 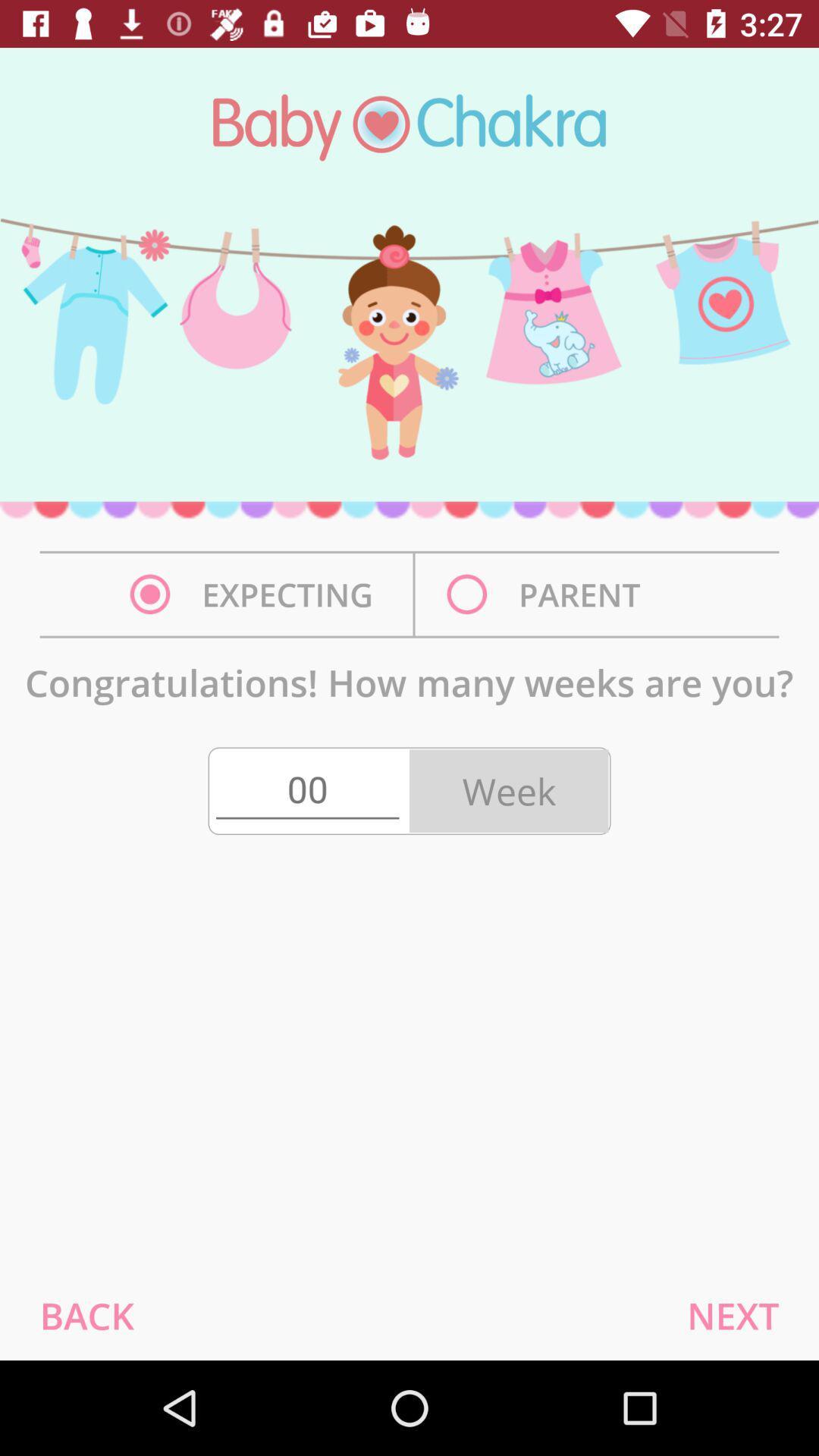 I want to click on the back, so click(x=86, y=1315).